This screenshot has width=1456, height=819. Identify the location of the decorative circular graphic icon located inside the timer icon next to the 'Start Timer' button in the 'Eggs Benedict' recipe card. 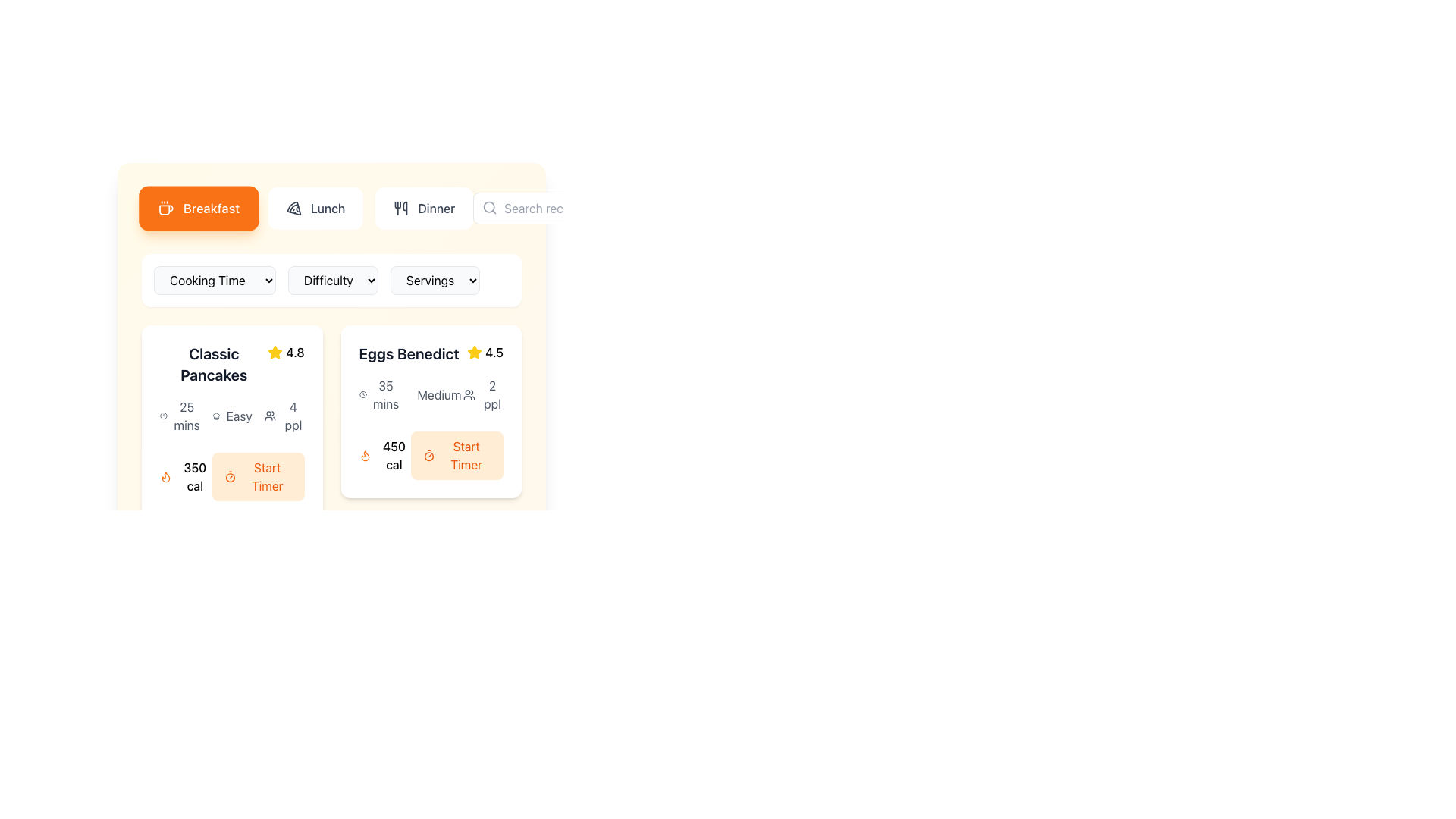
(229, 478).